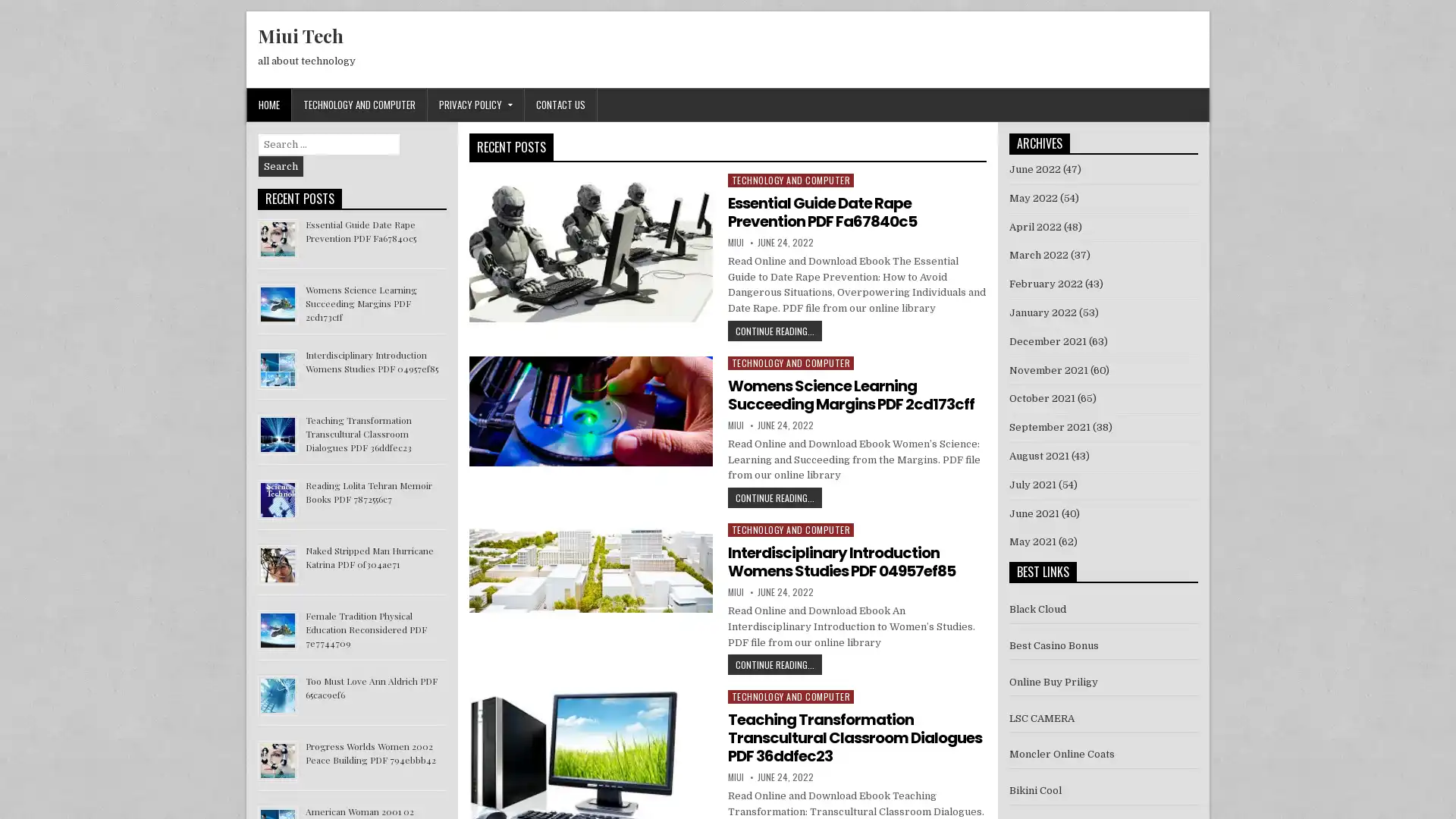 The height and width of the screenshot is (819, 1456). Describe the element at coordinates (281, 166) in the screenshot. I see `Search` at that location.